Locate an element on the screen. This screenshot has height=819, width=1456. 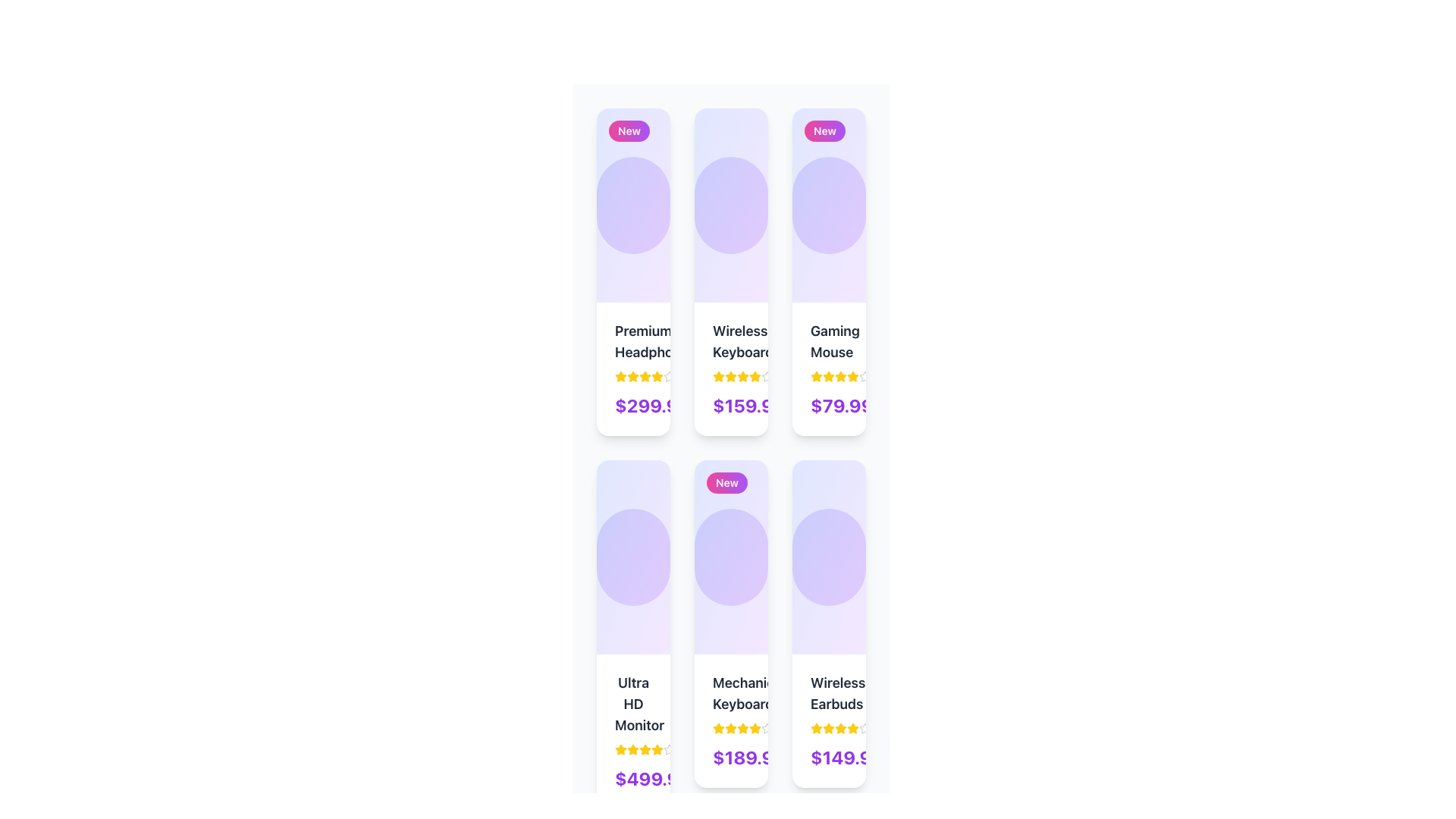
the heart icon, located in the top-right portion of the card for the 'Gaming Mouse' is located at coordinates (874, 205).